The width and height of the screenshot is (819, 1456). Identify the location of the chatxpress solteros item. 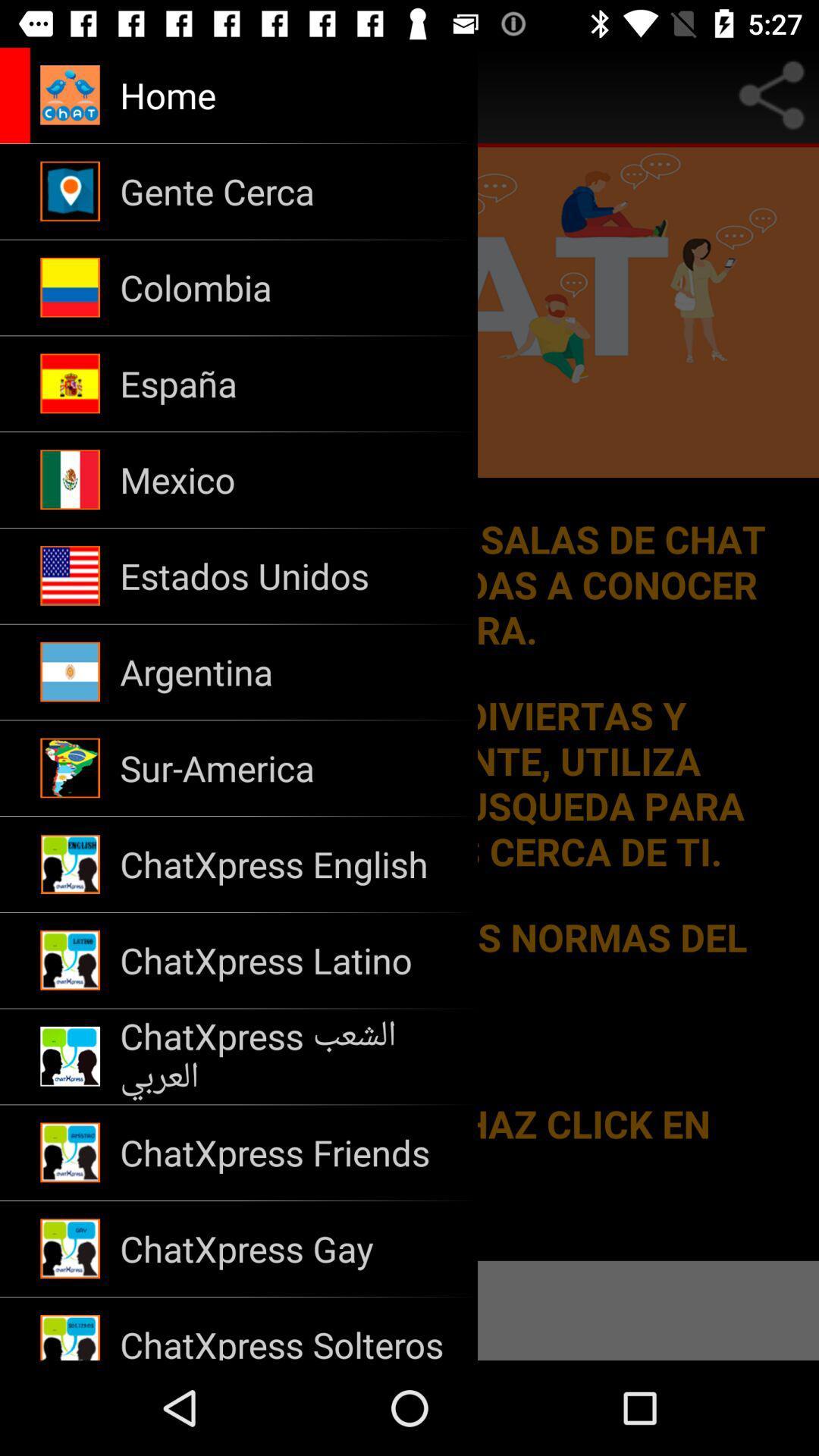
(289, 1328).